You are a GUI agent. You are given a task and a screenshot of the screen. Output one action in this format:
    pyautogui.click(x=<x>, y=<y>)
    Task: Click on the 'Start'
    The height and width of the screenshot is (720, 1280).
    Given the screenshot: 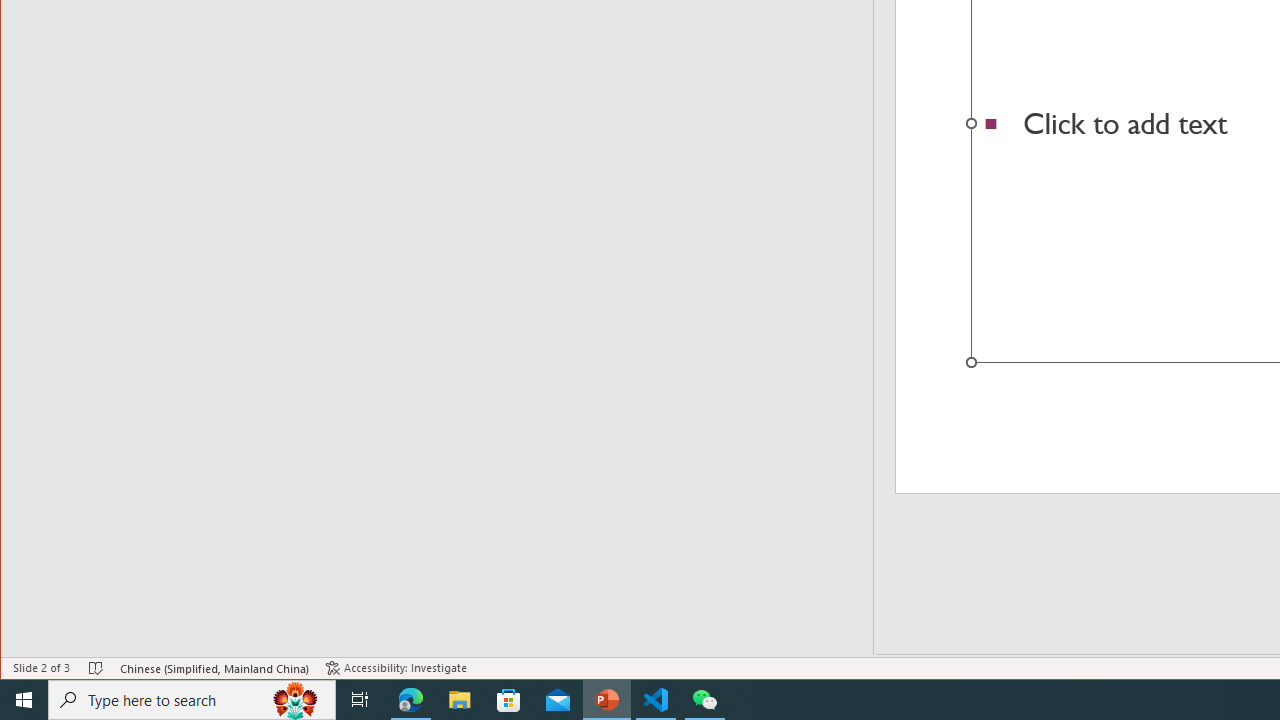 What is the action you would take?
    pyautogui.click(x=24, y=698)
    